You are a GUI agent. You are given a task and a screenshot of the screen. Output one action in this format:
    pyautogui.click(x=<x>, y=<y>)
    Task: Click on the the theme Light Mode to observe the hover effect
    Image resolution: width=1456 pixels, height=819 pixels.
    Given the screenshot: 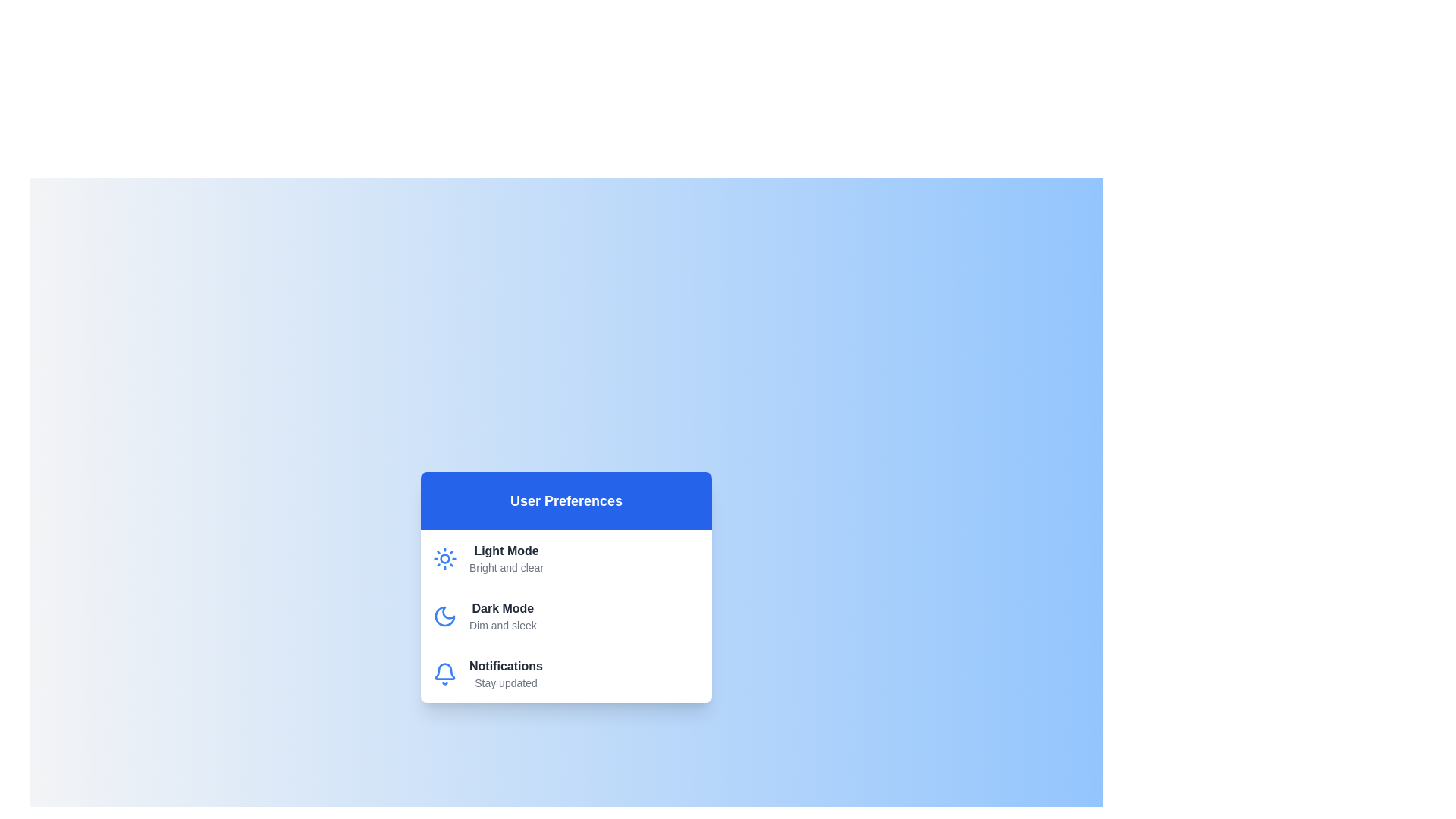 What is the action you would take?
    pyautogui.click(x=566, y=558)
    